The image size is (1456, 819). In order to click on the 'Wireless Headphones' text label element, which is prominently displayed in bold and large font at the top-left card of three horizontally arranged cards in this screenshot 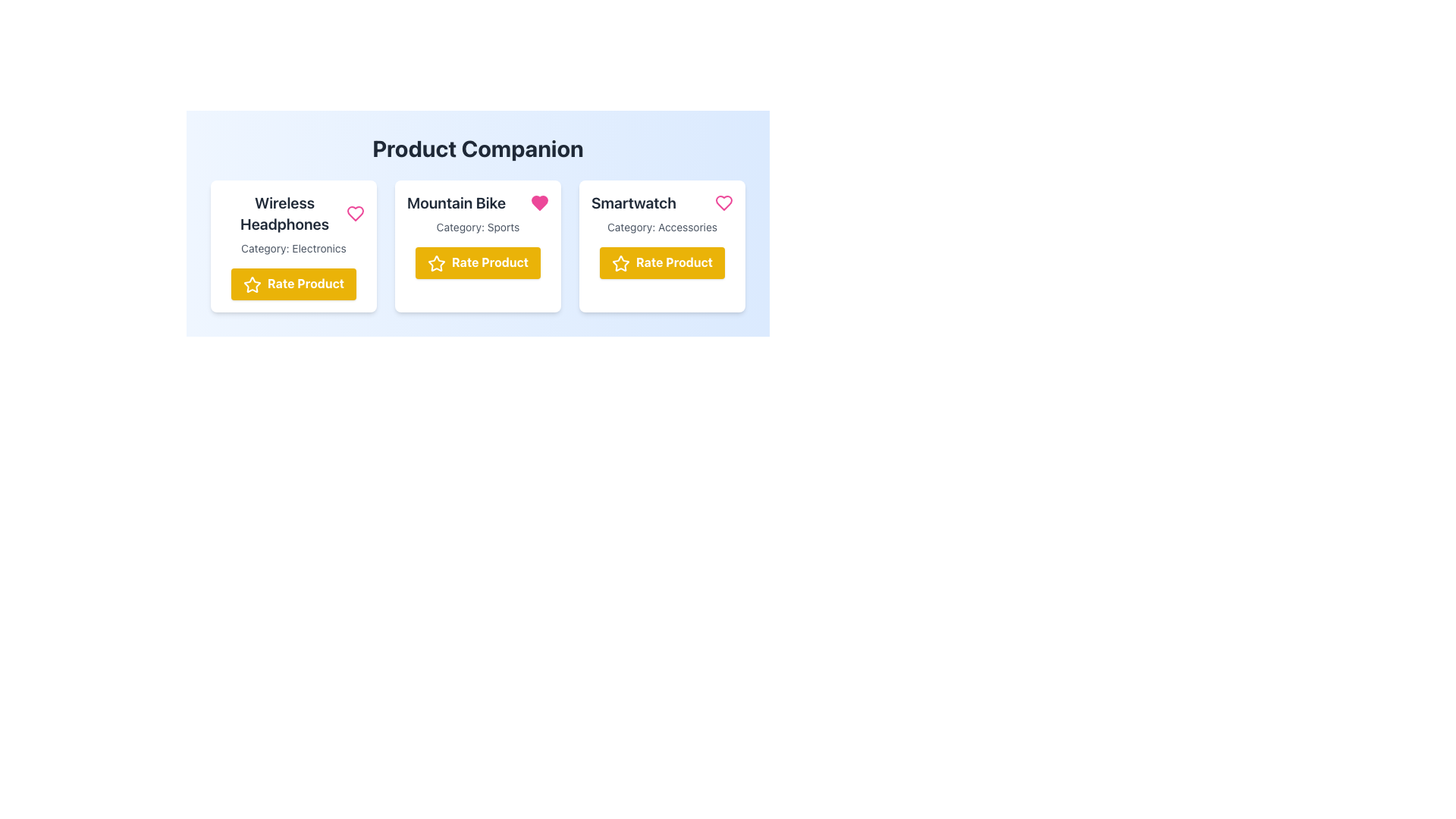, I will do `click(284, 213)`.